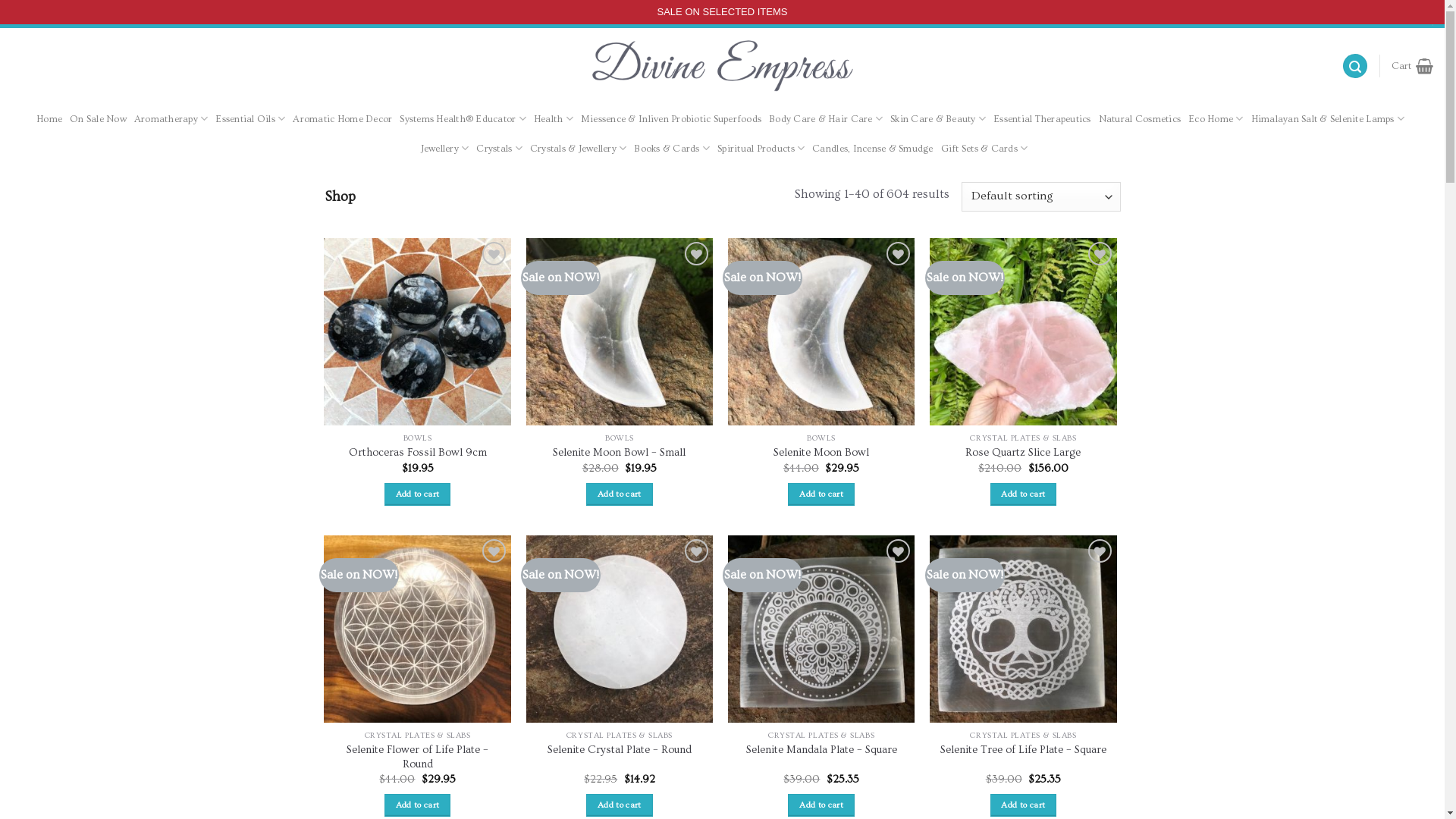 The height and width of the screenshot is (819, 1456). What do you see at coordinates (250, 118) in the screenshot?
I see `'Essential Oils'` at bounding box center [250, 118].